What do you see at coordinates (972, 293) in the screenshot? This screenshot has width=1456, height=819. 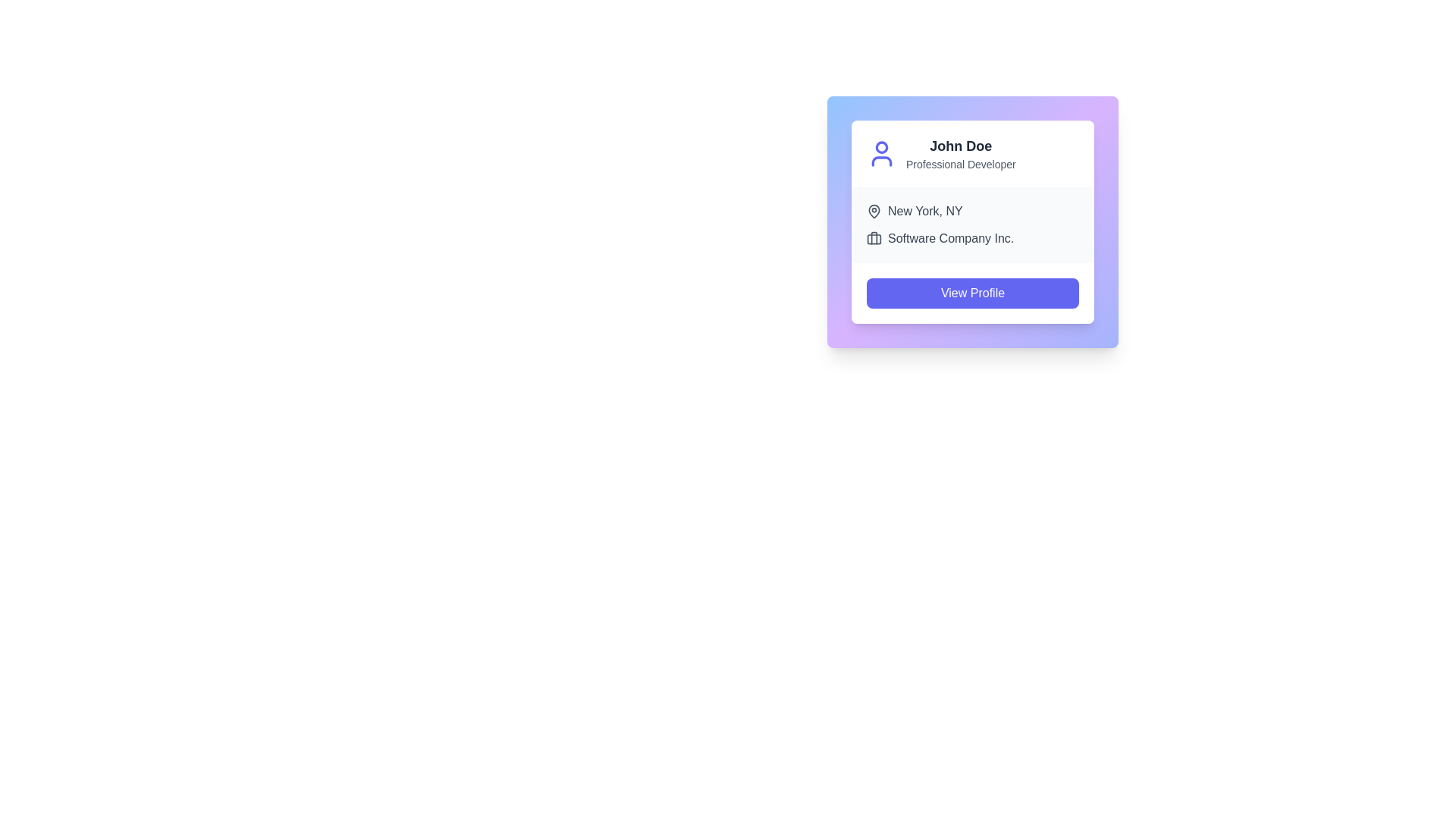 I see `the 'View Profile' button with bold white font on an indigo background to observe its hover effect` at bounding box center [972, 293].